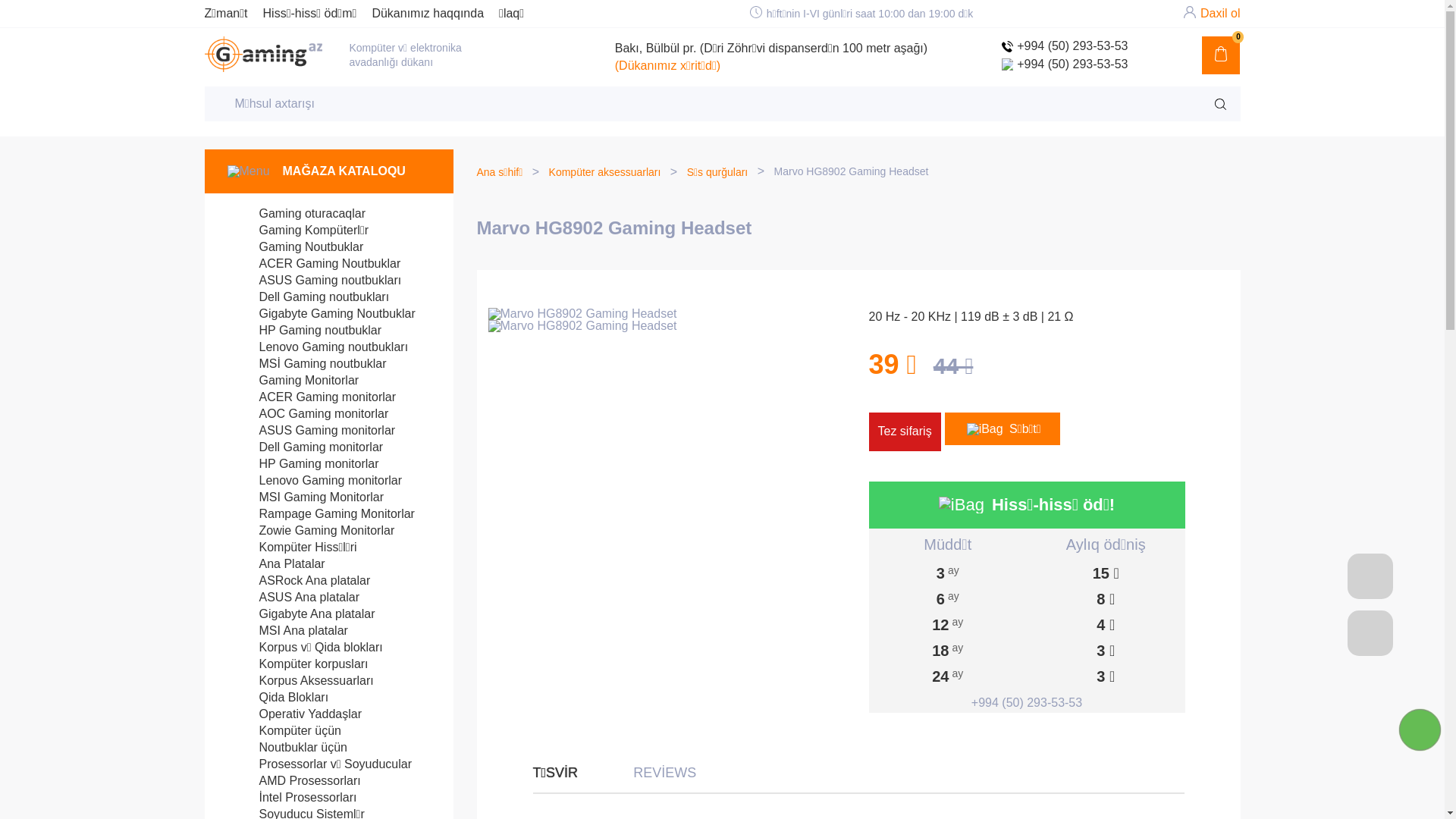  Describe the element at coordinates (1063, 45) in the screenshot. I see `'+994 (50) 293-53-53'` at that location.